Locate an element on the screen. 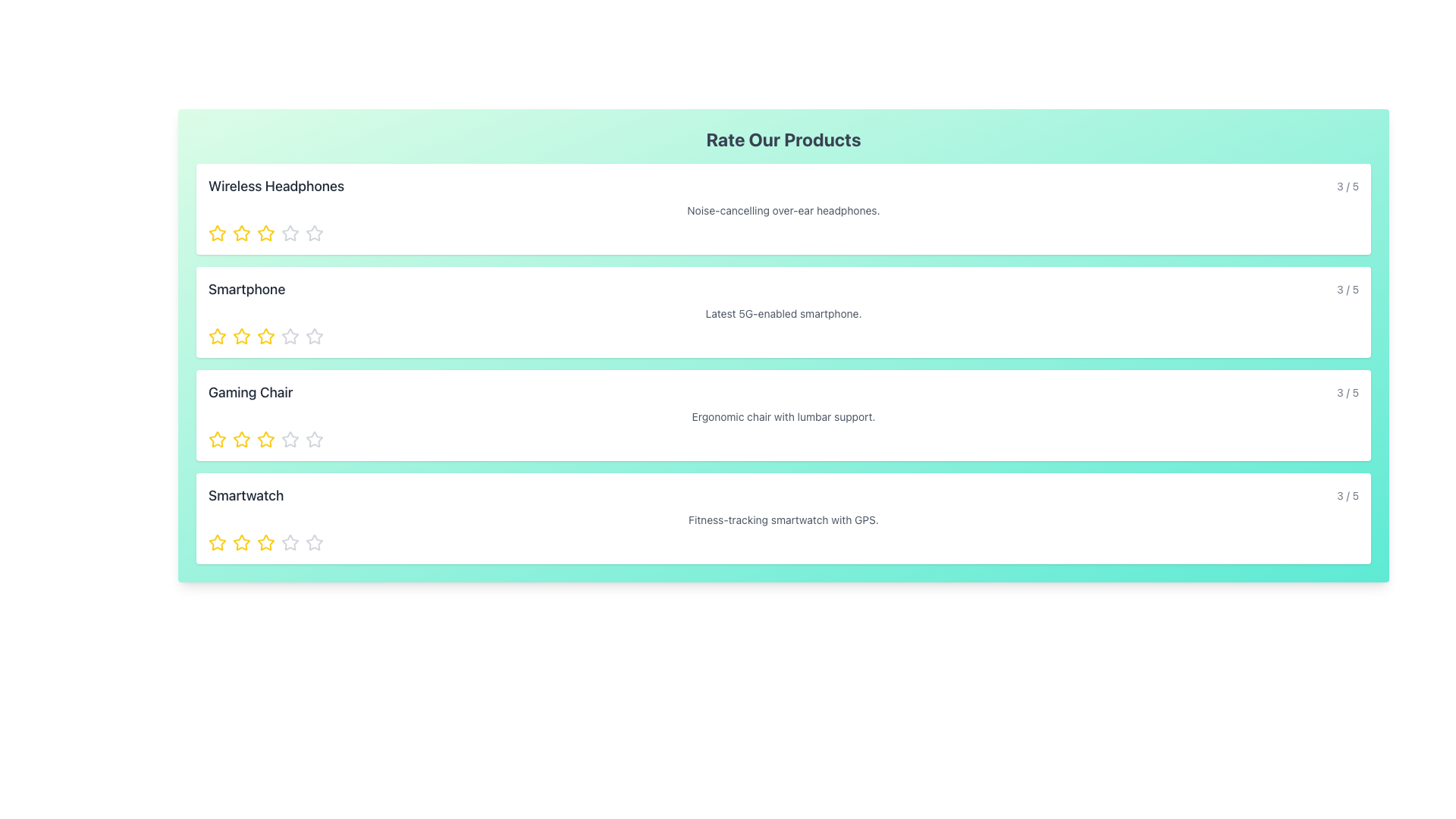 This screenshot has height=819, width=1456. the fourth star icon in the rating system for the 'Wireless Headphones' product for keyboard navigation is located at coordinates (290, 233).